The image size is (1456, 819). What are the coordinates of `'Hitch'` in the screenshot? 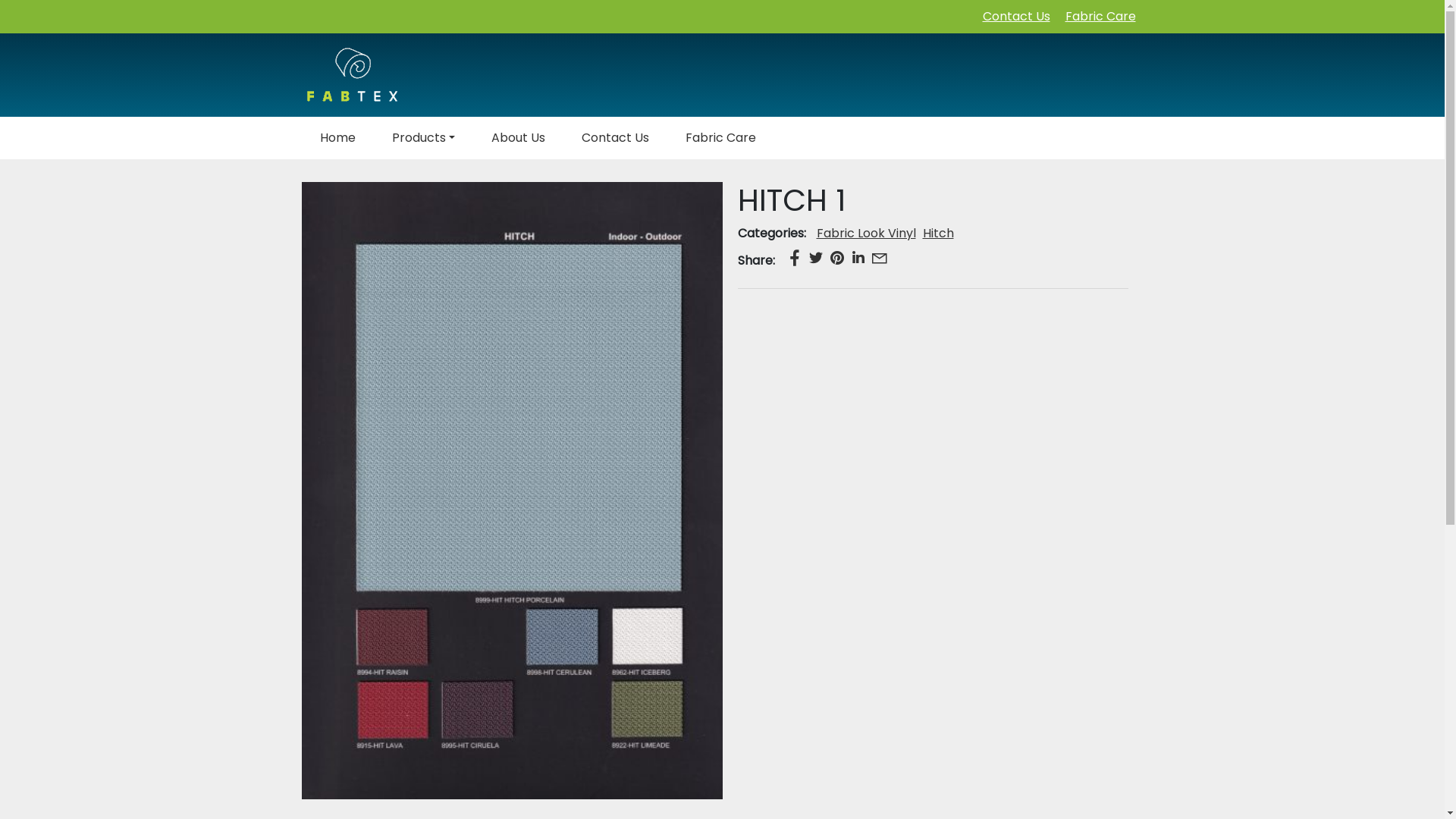 It's located at (937, 233).